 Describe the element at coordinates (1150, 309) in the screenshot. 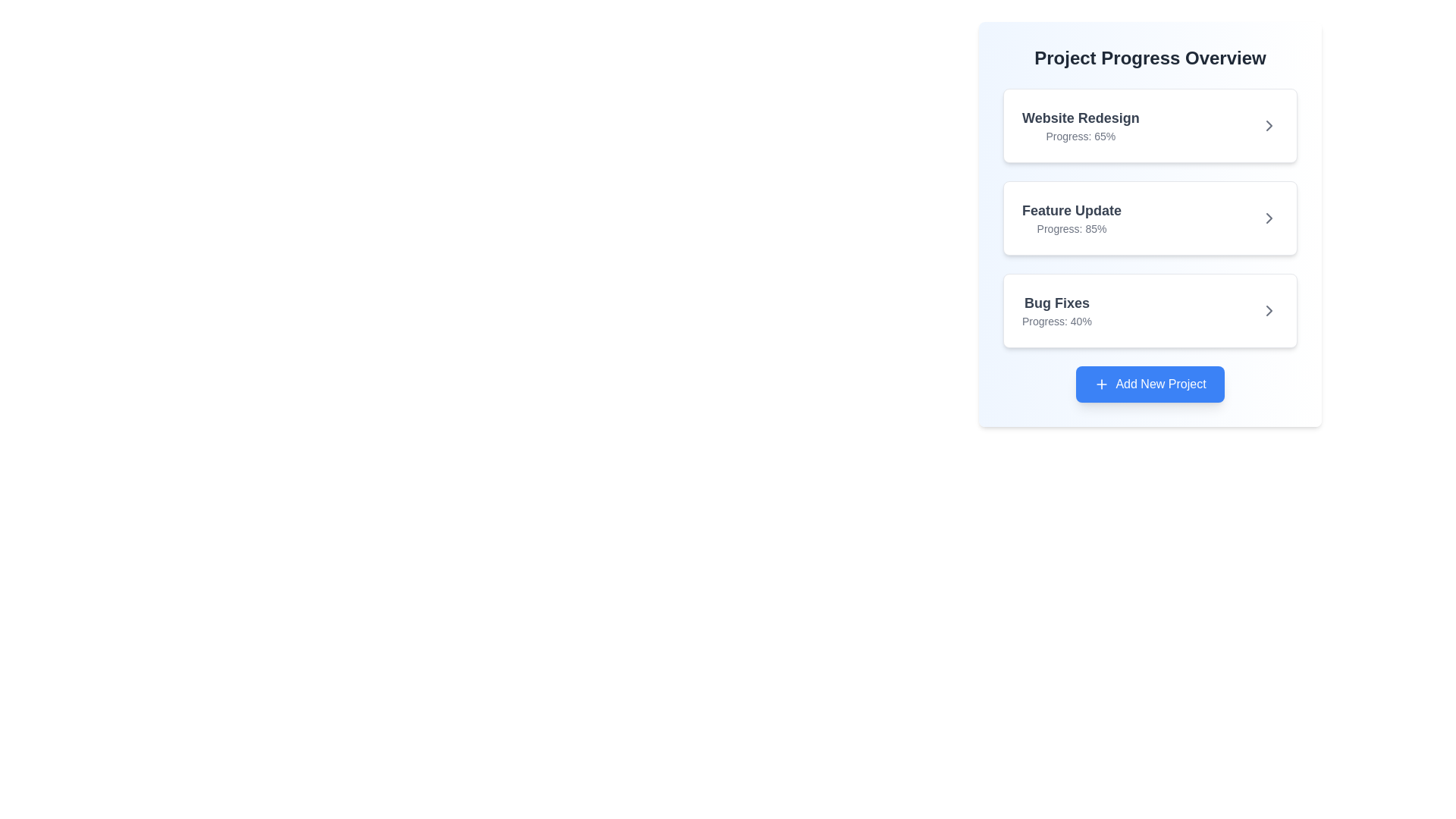

I see `the clickable list item titled 'Bug Fixes' with progress information showing 'Progress: 40%' for context menu access` at that location.